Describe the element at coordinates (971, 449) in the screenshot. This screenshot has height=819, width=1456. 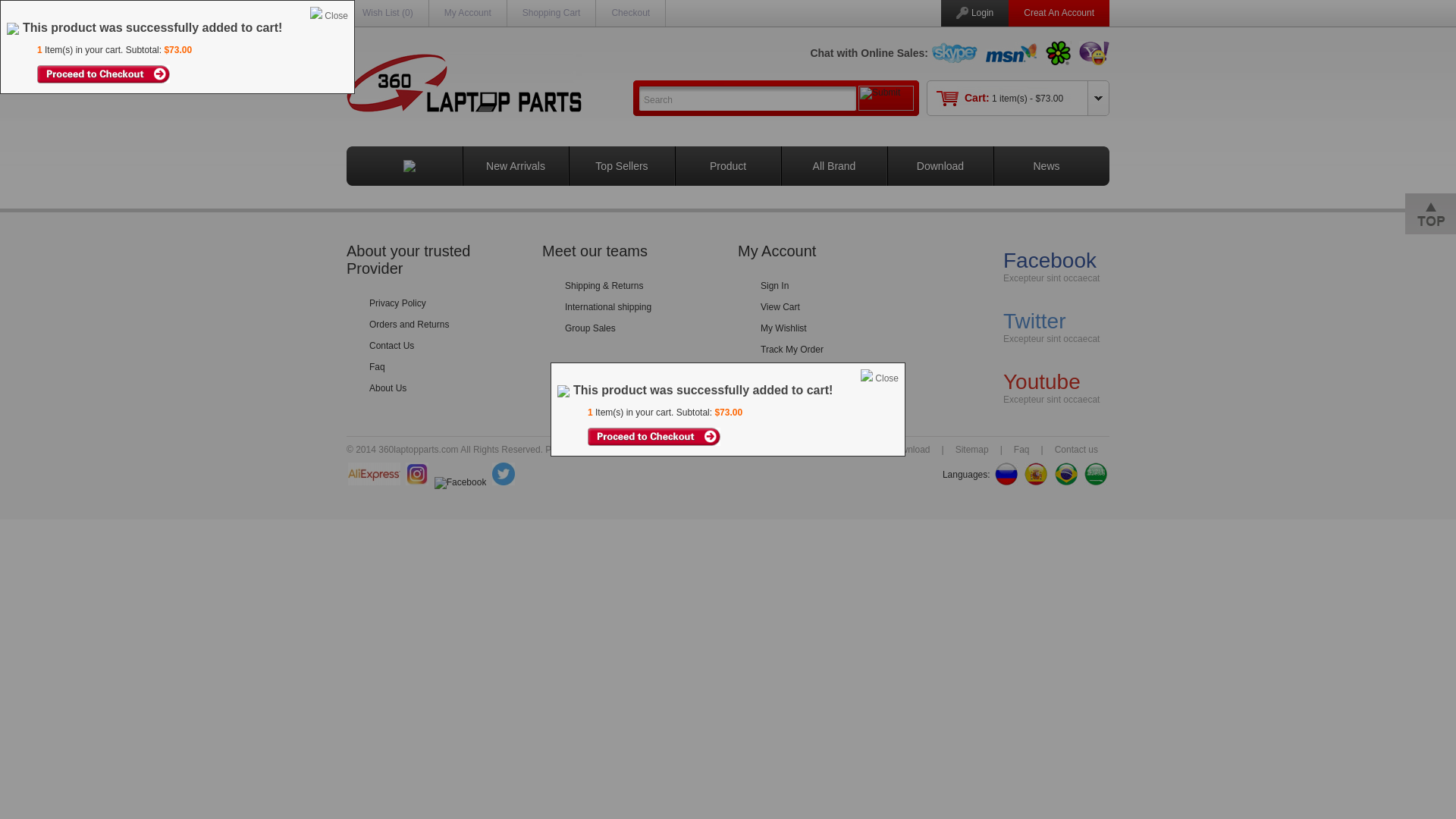
I see `'Sitemap'` at that location.